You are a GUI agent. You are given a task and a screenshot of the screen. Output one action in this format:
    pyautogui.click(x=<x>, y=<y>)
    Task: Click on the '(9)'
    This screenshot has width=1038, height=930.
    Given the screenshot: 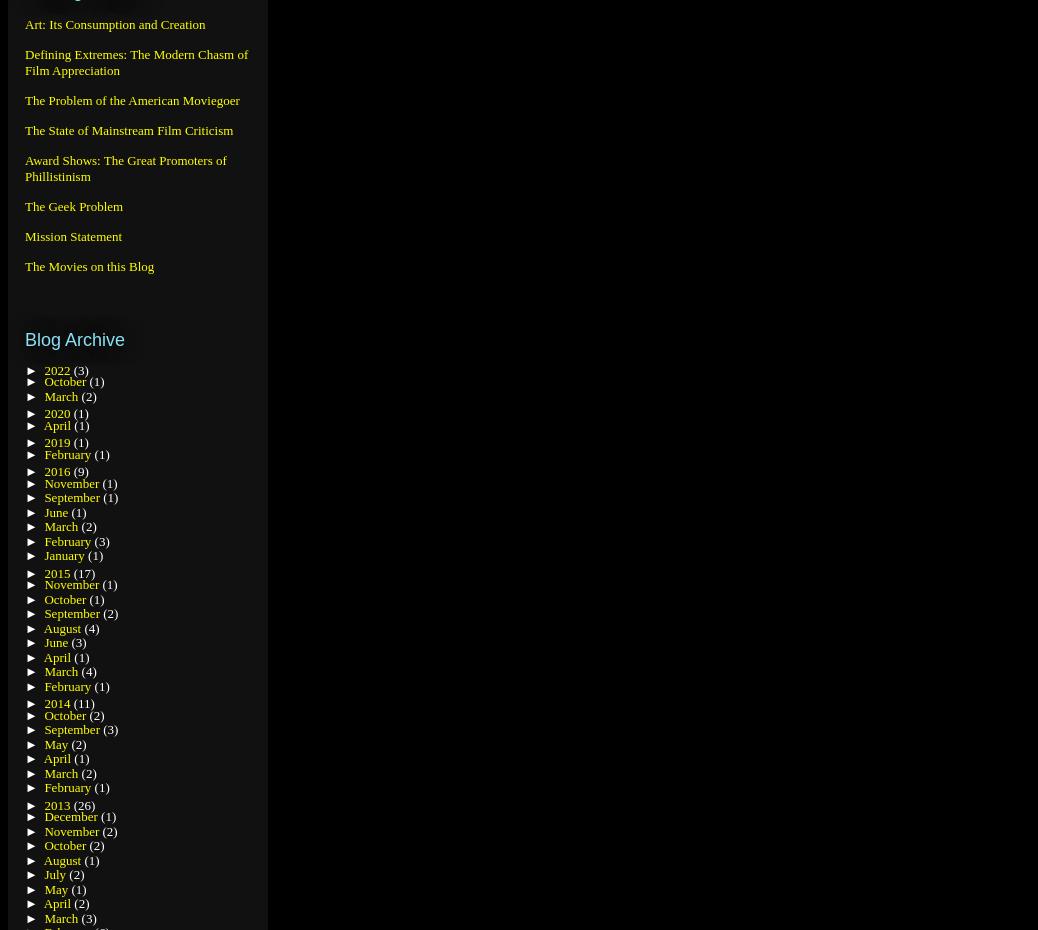 What is the action you would take?
    pyautogui.click(x=79, y=470)
    